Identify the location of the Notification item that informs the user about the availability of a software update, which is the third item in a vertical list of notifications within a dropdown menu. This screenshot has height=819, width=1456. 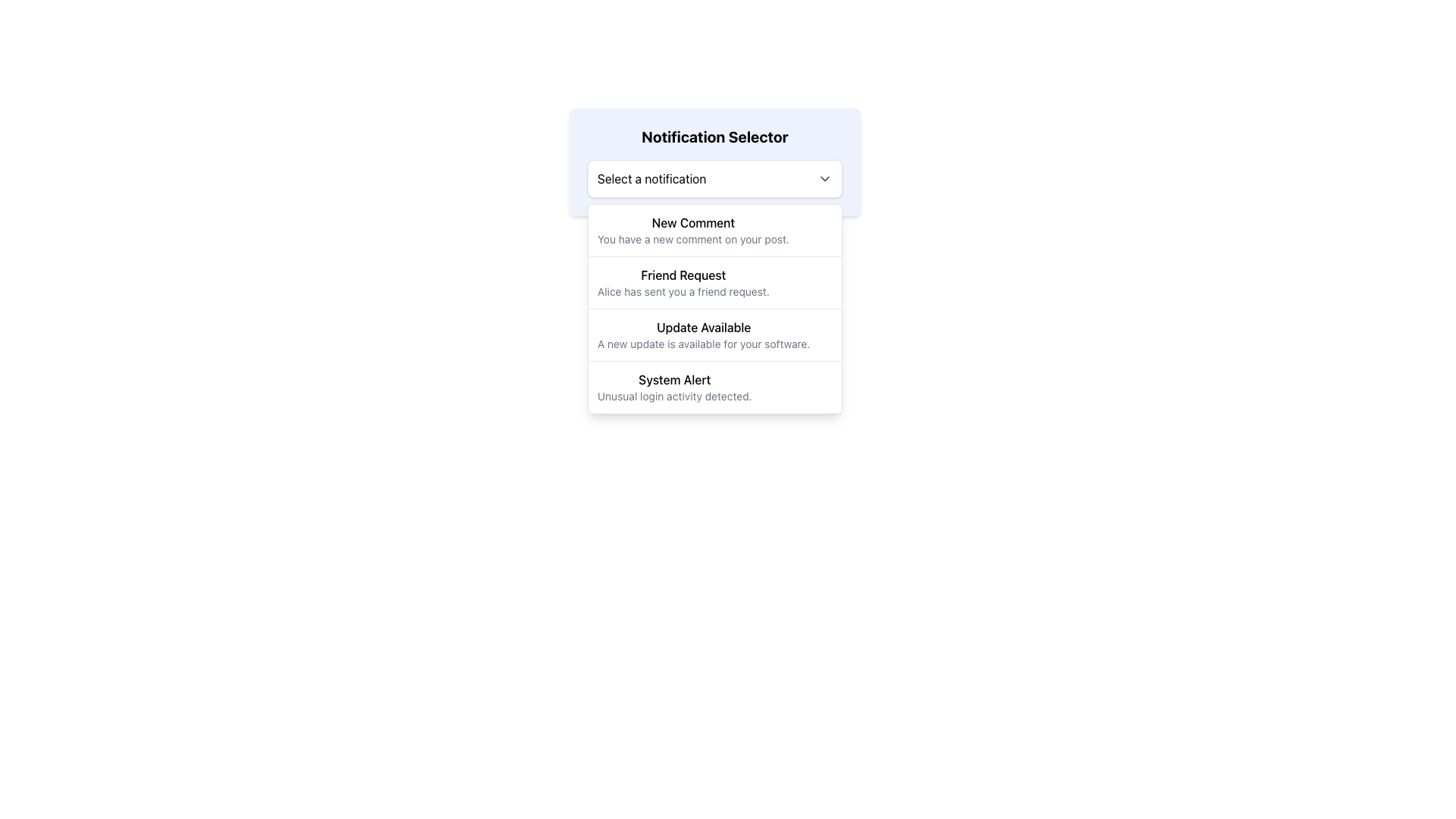
(702, 334).